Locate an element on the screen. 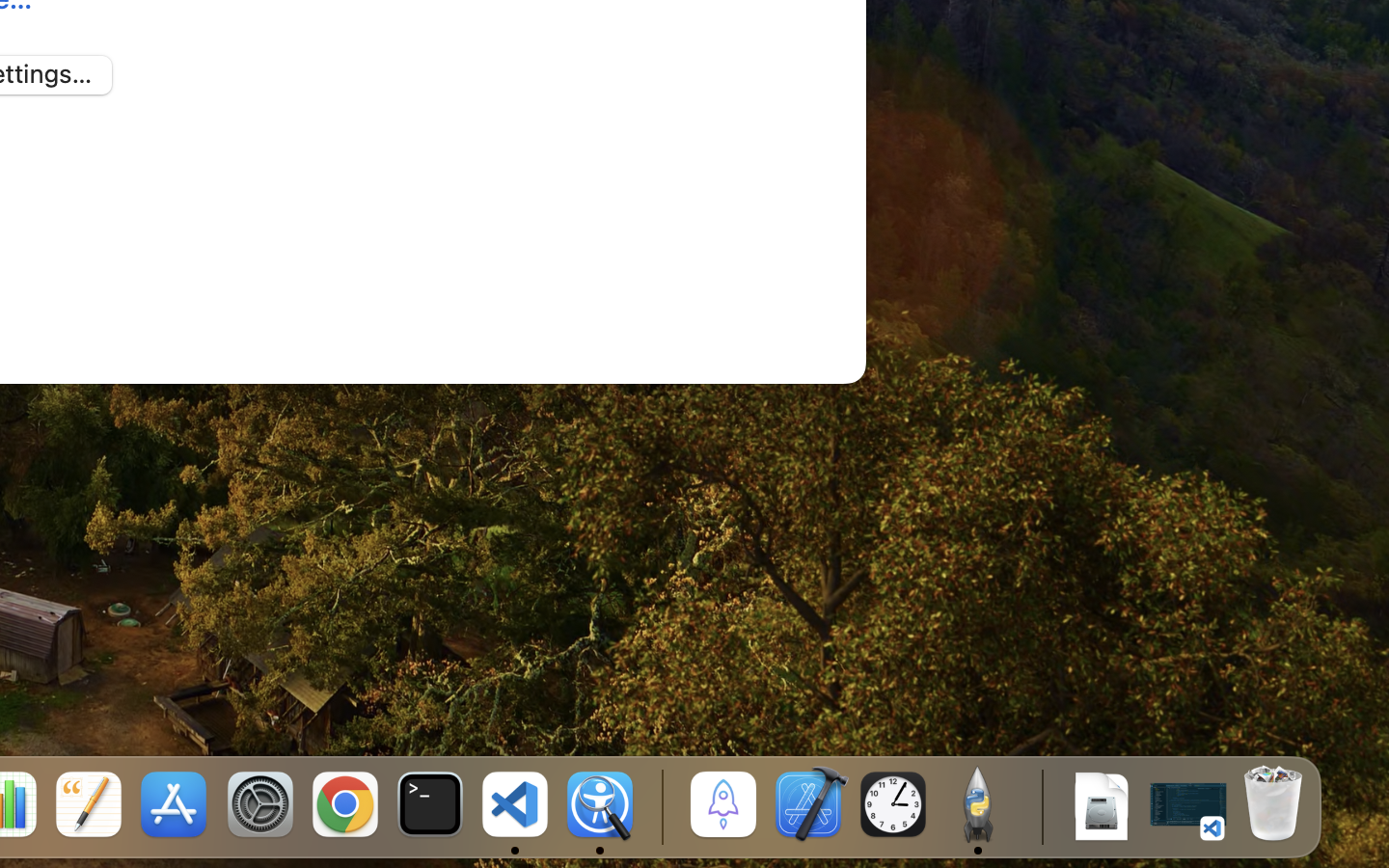  '0.4285714328289032' is located at coordinates (661, 805).